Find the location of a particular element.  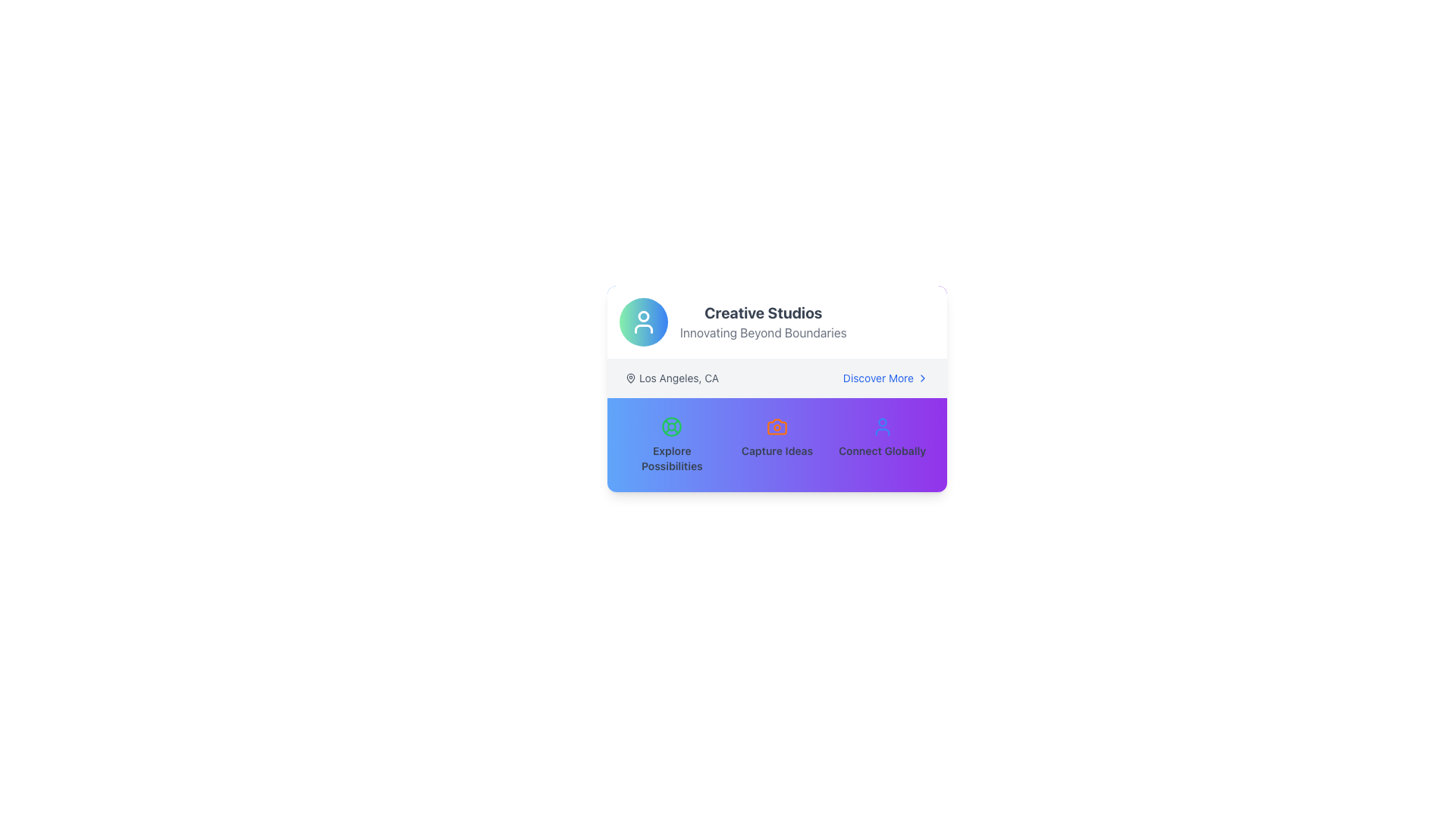

the blue circular shape representing the head of the user icon within the SVG graphic component is located at coordinates (882, 422).